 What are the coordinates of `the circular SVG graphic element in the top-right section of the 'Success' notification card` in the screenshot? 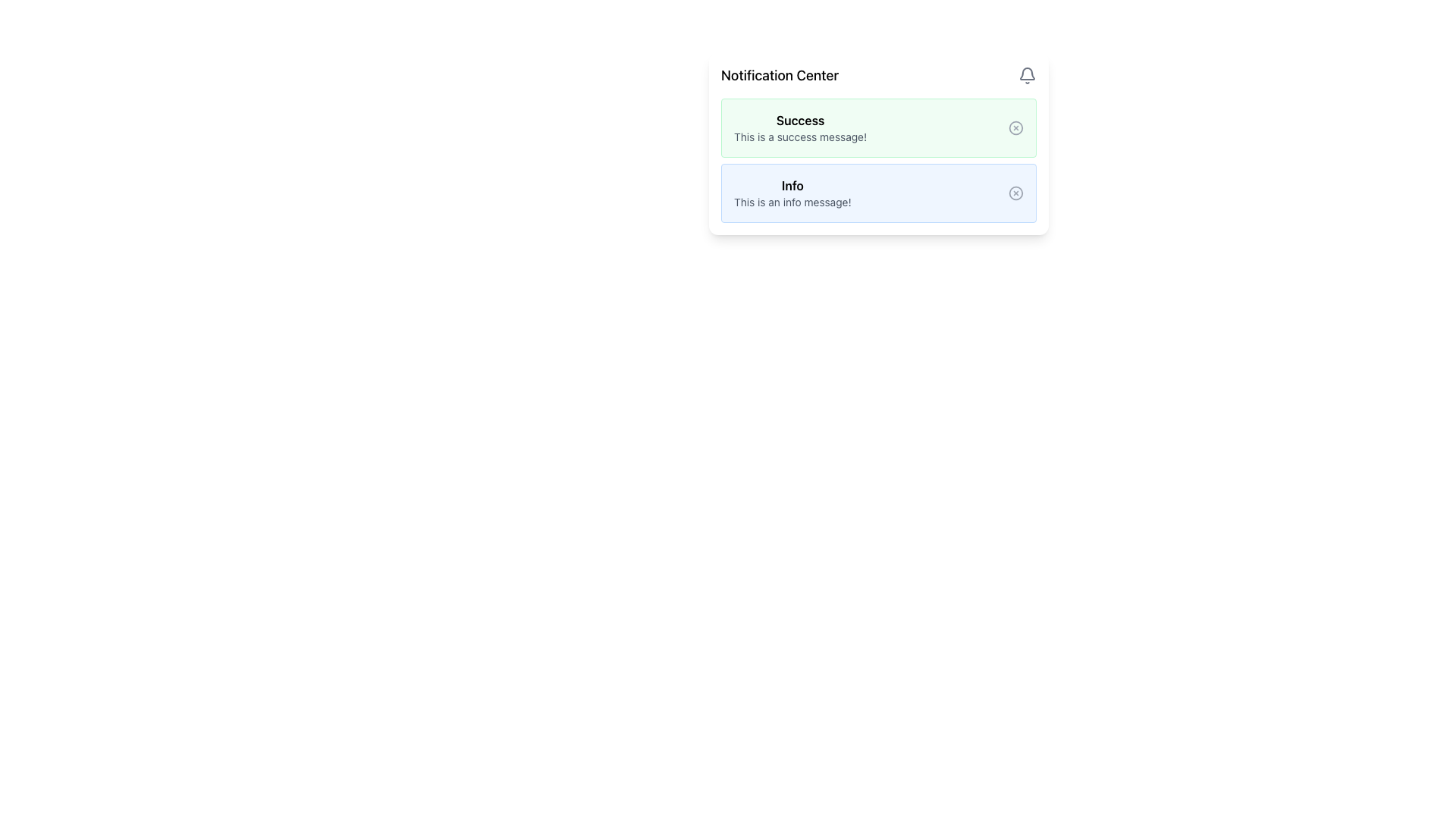 It's located at (1015, 127).